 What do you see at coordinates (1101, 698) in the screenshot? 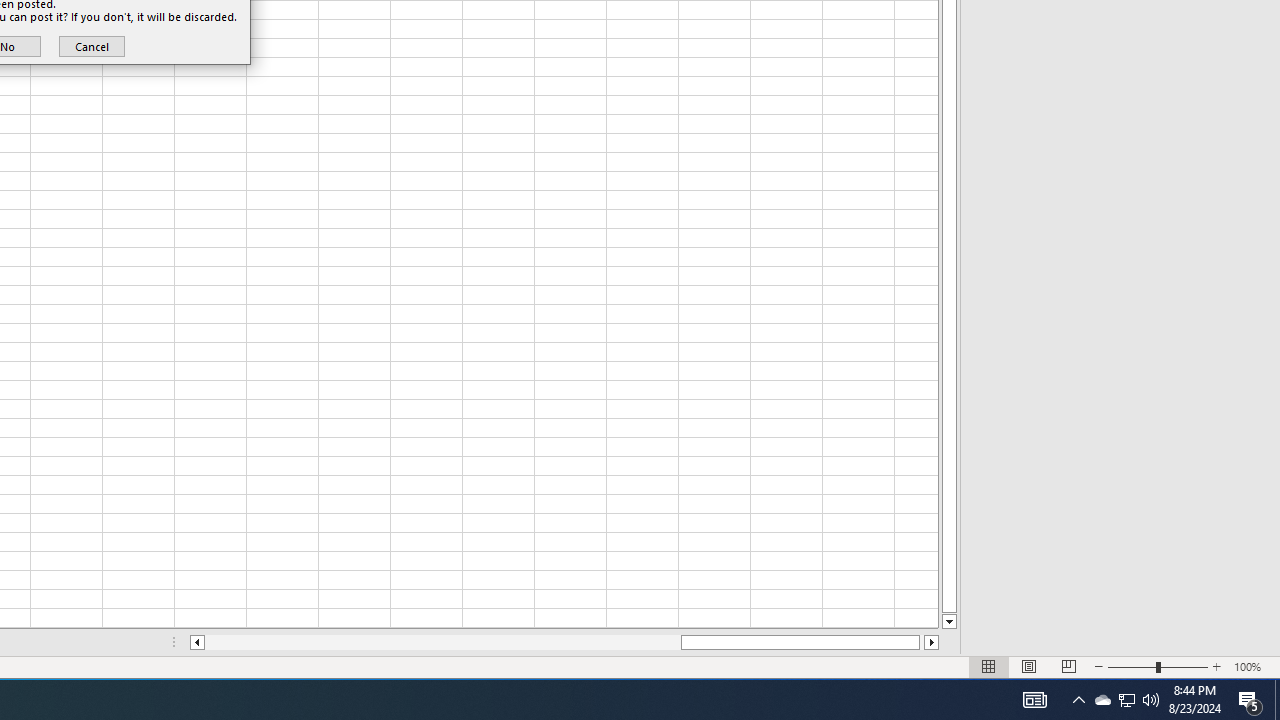
I see `'Notification Chevron'` at bounding box center [1101, 698].